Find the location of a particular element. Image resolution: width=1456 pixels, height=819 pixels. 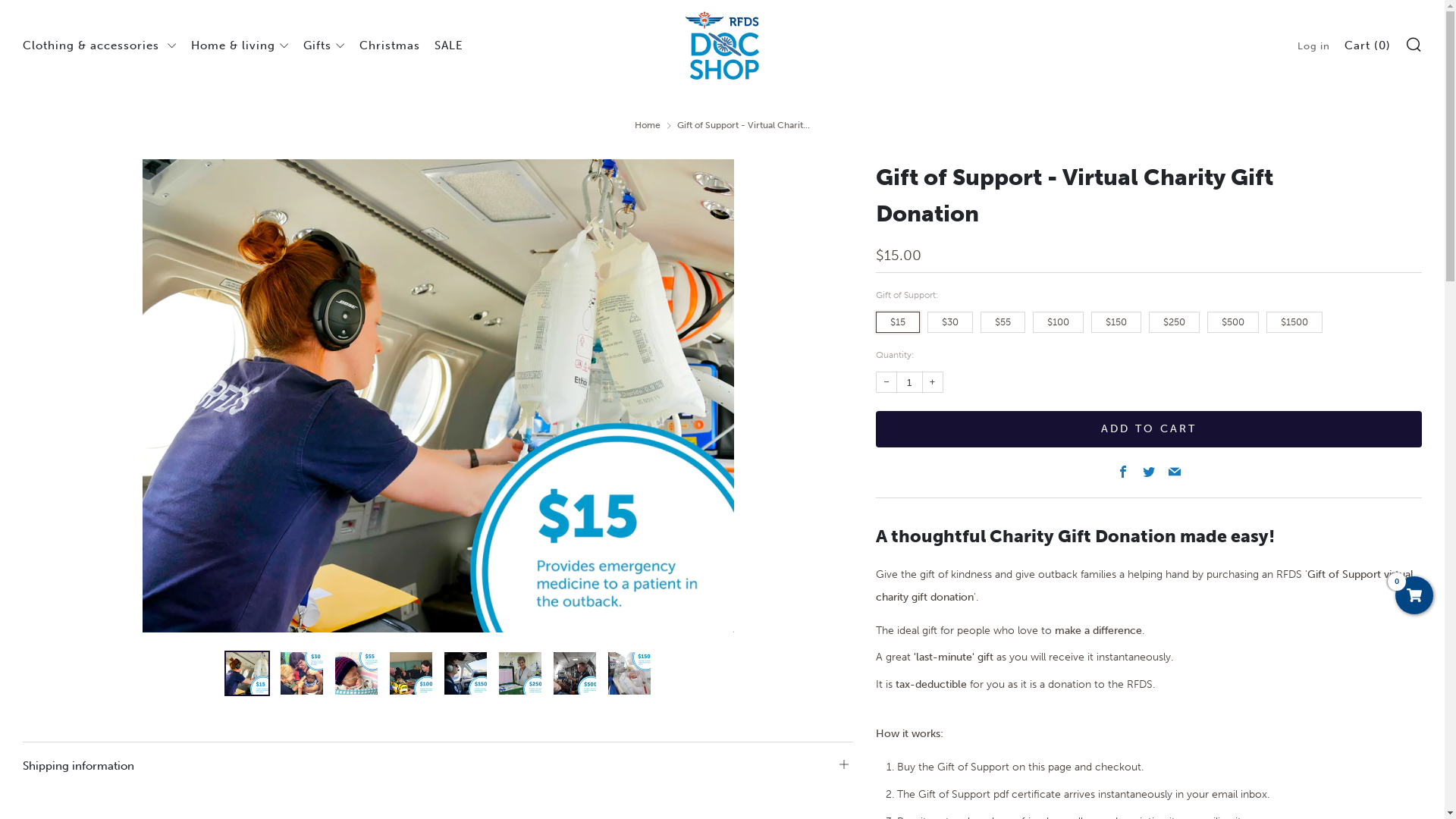

'Clothing & accessories' is located at coordinates (99, 45).